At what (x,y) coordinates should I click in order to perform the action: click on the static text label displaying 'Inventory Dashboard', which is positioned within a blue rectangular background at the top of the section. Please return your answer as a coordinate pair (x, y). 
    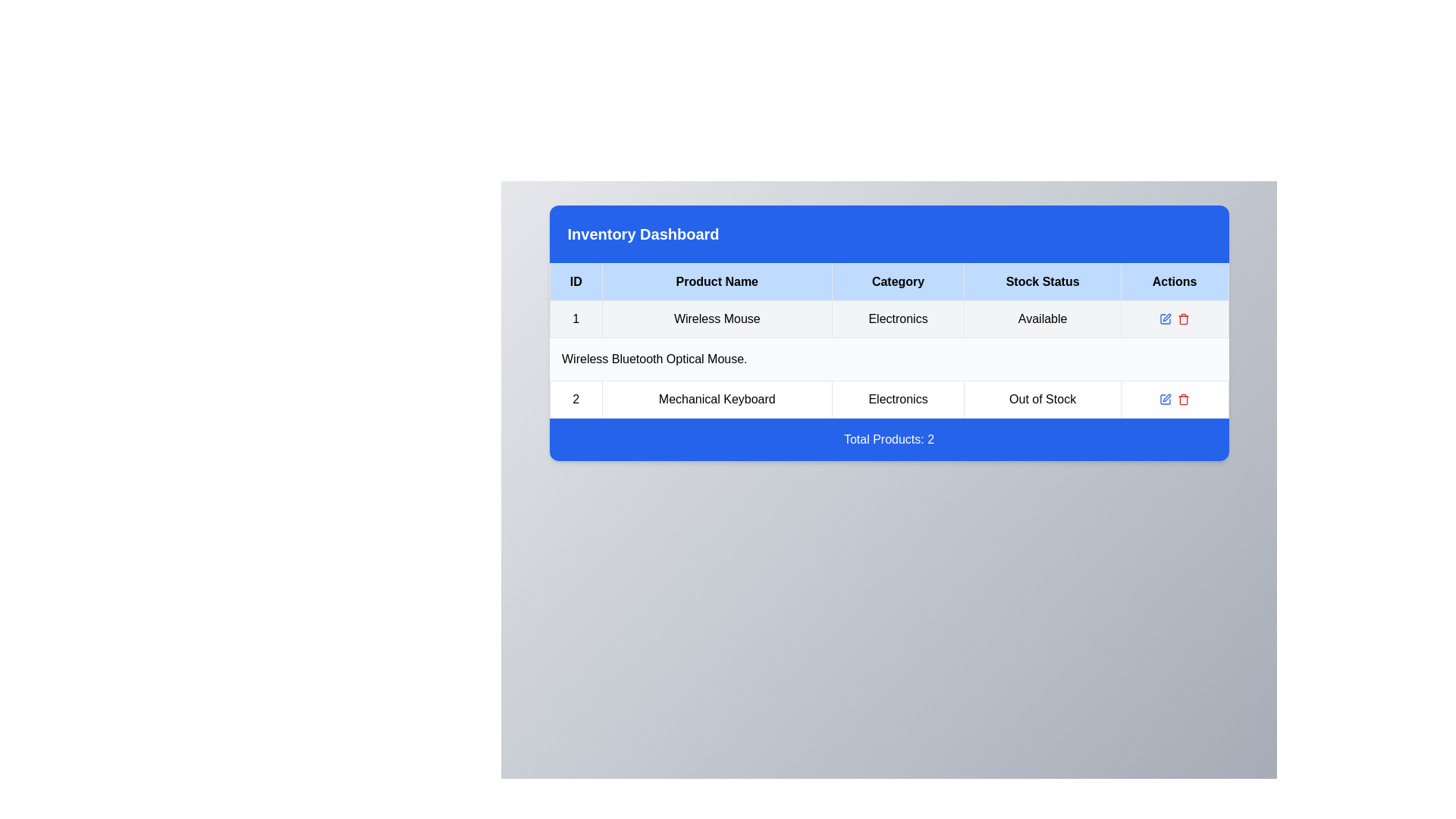
    Looking at the image, I should click on (643, 234).